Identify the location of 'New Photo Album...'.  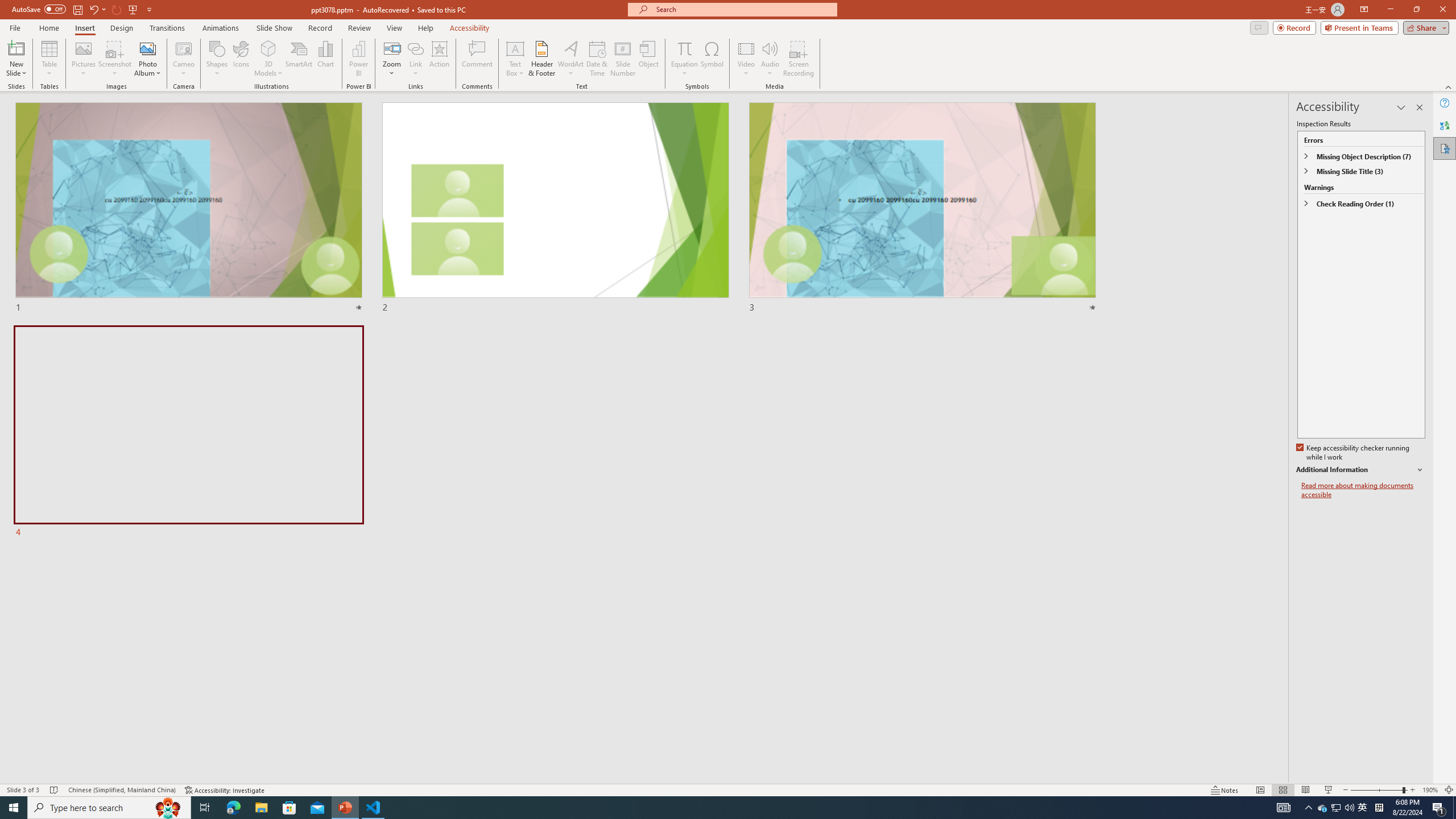
(147, 48).